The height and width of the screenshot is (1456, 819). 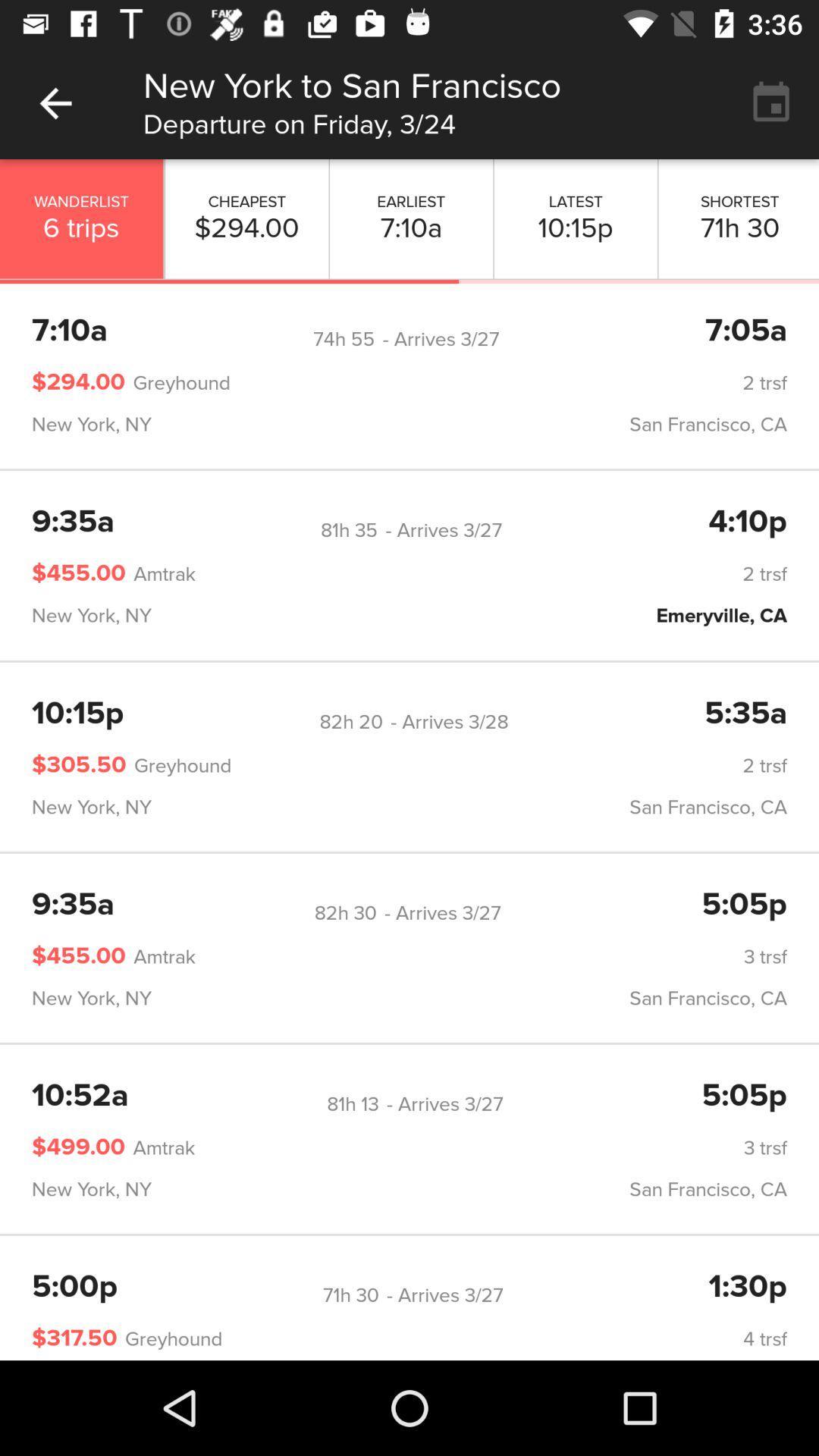 I want to click on back button, so click(x=55, y=102).